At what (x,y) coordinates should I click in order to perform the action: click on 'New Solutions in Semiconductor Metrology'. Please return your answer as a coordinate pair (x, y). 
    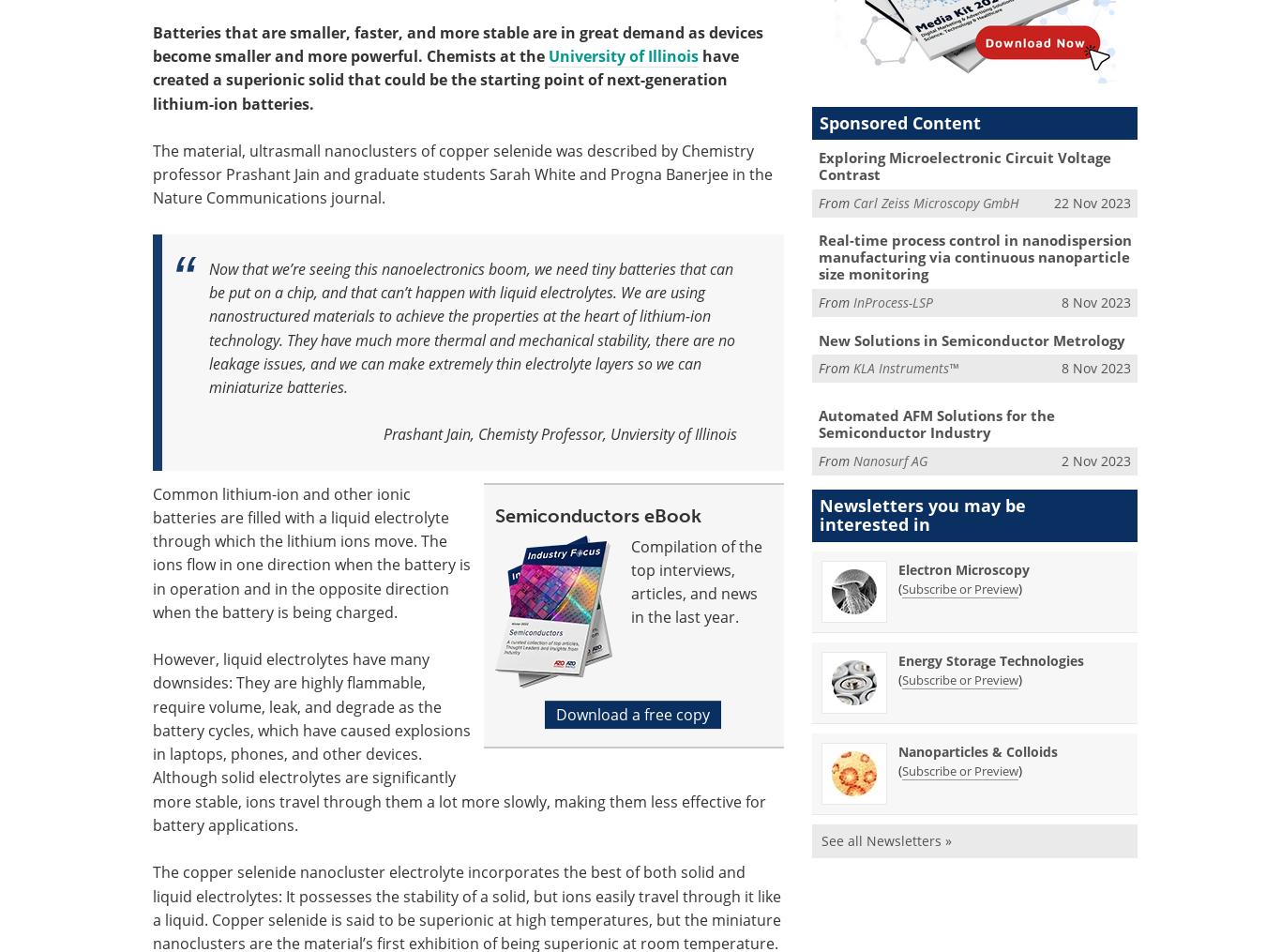
    Looking at the image, I should click on (970, 339).